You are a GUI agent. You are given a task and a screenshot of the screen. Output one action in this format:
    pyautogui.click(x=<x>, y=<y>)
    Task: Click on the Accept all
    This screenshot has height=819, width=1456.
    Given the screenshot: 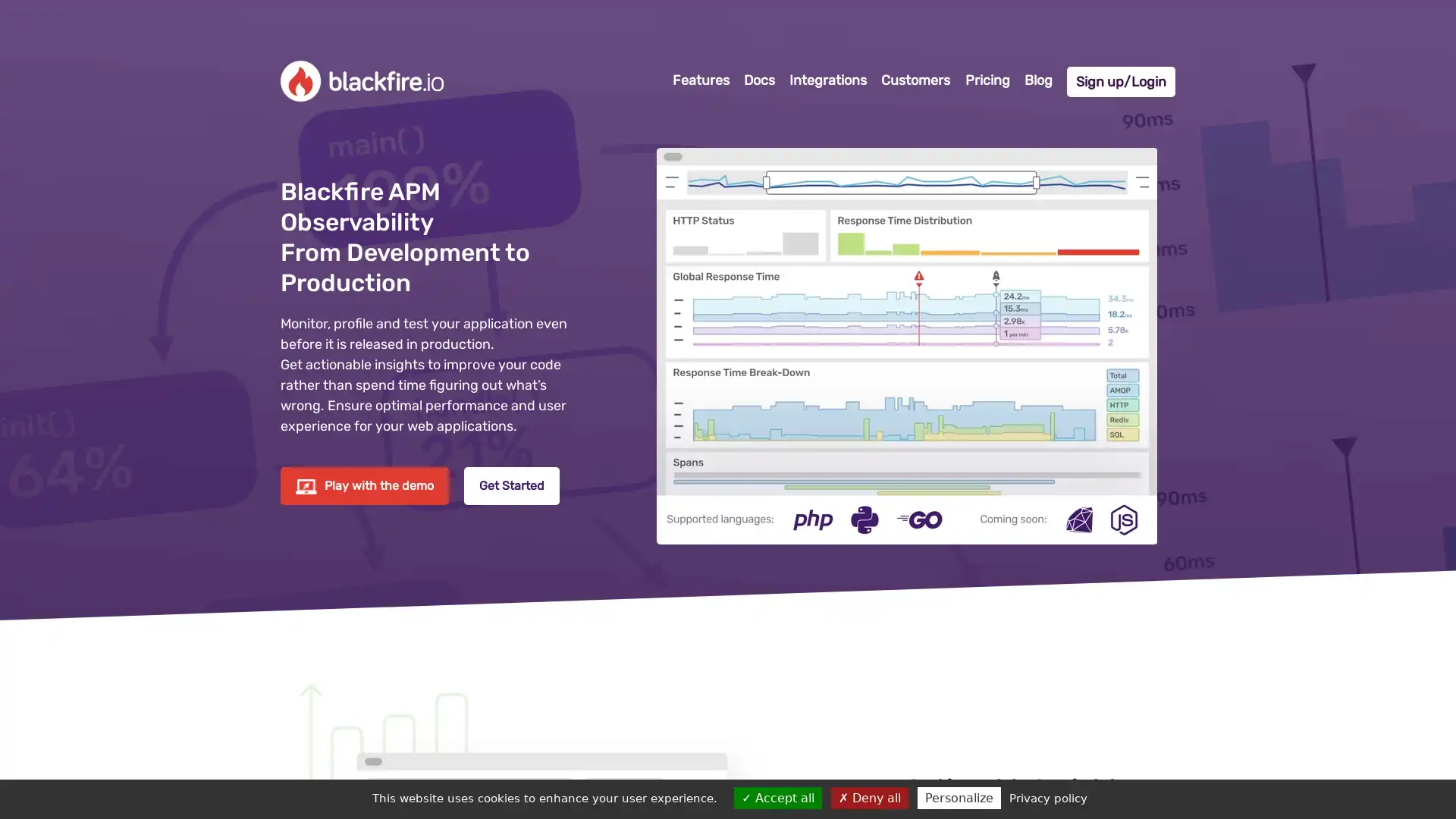 What is the action you would take?
    pyautogui.click(x=777, y=797)
    